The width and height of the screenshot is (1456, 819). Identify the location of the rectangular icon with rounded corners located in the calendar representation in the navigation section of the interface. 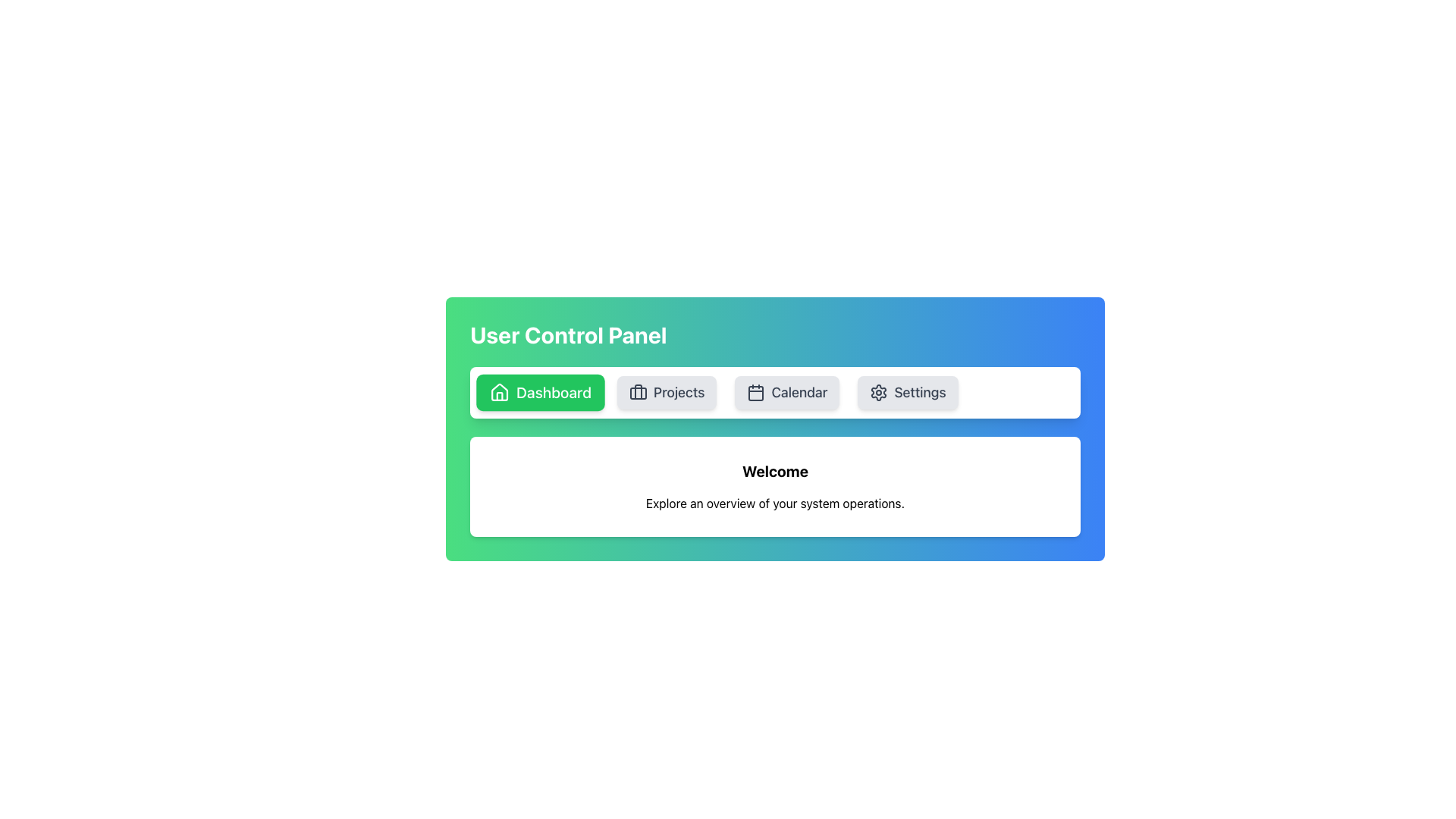
(756, 393).